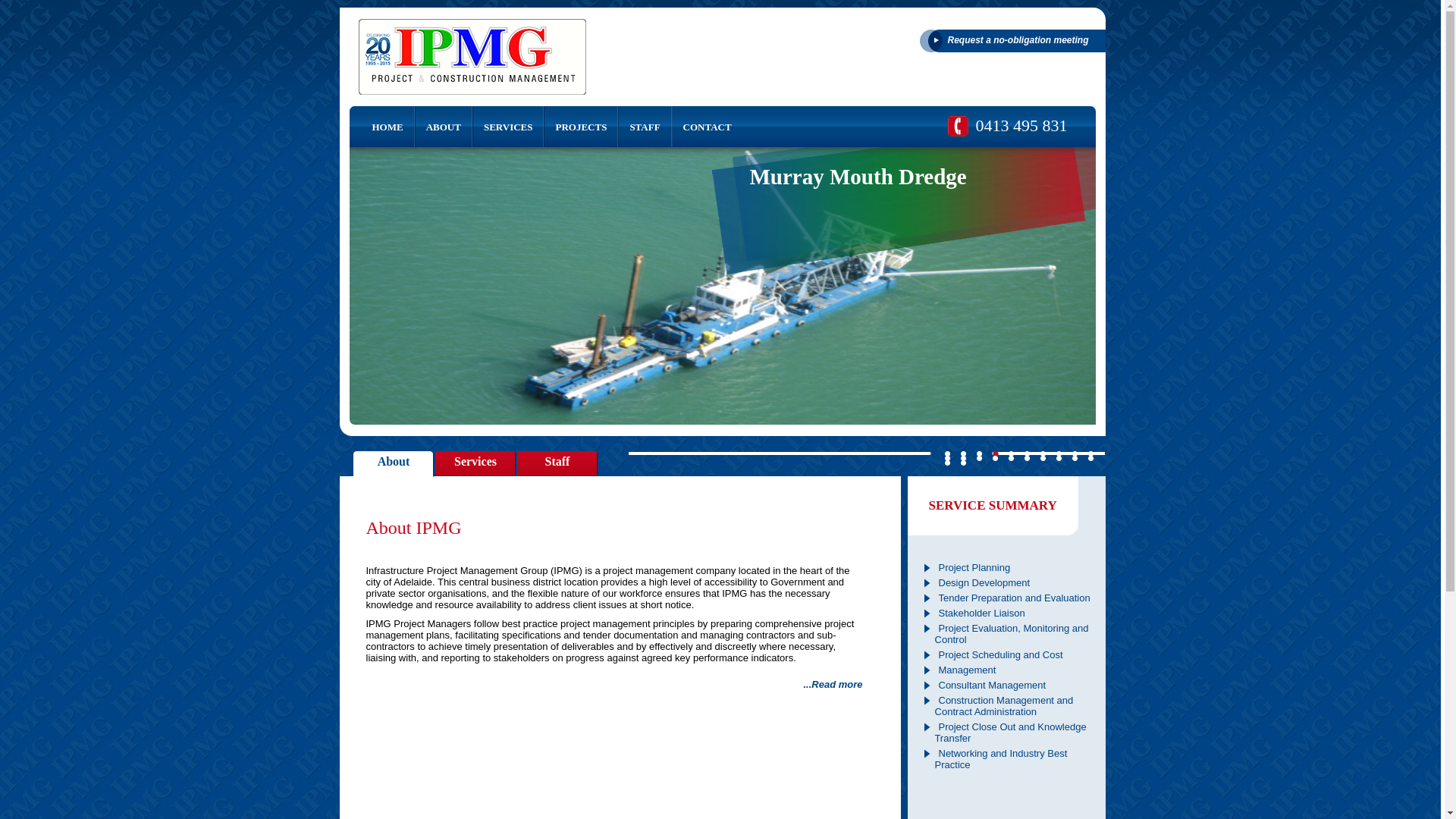  Describe the element at coordinates (1040, 457) in the screenshot. I see `'17'` at that location.